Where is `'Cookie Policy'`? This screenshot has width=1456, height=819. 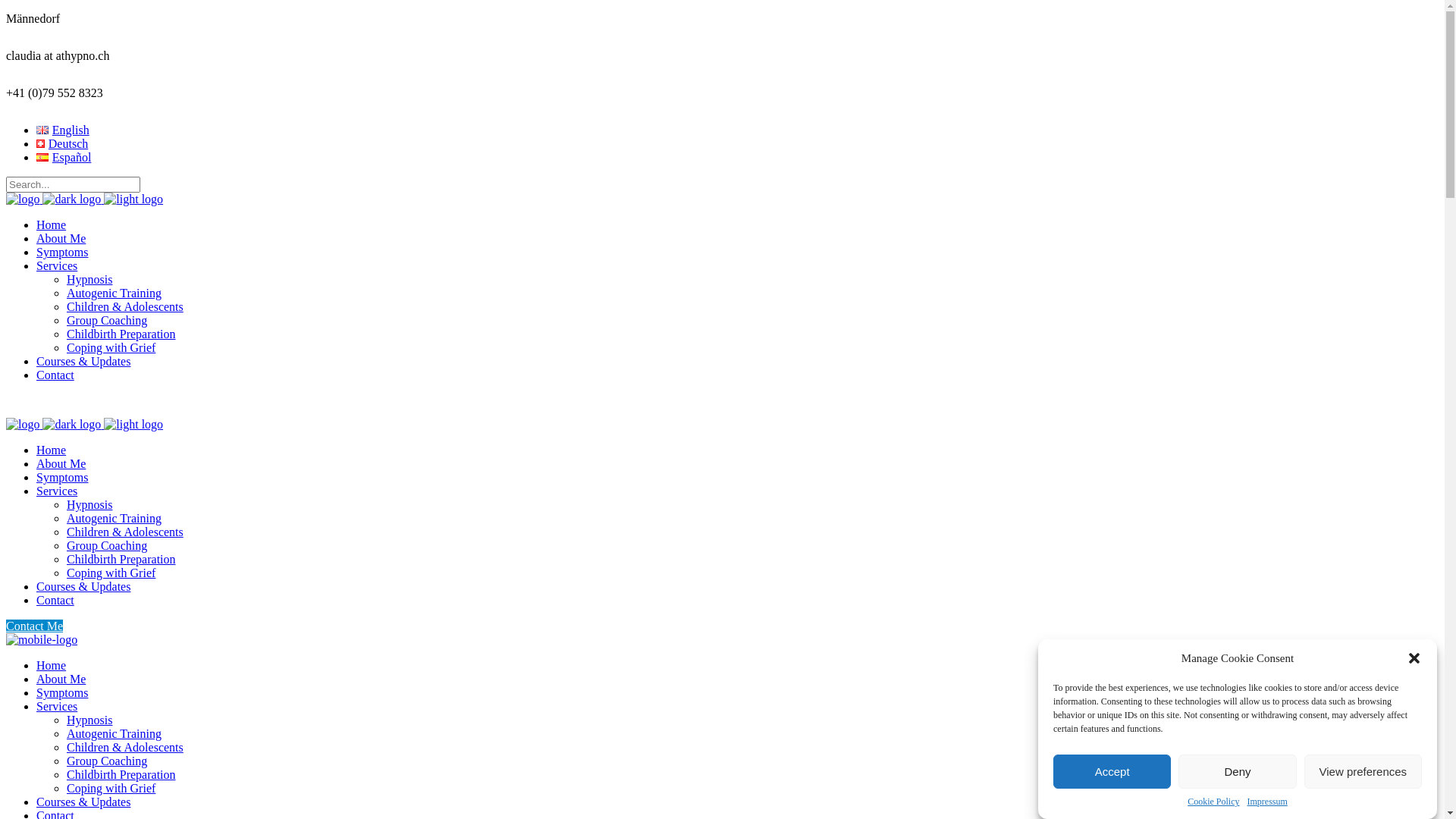
'Cookie Policy' is located at coordinates (1212, 801).